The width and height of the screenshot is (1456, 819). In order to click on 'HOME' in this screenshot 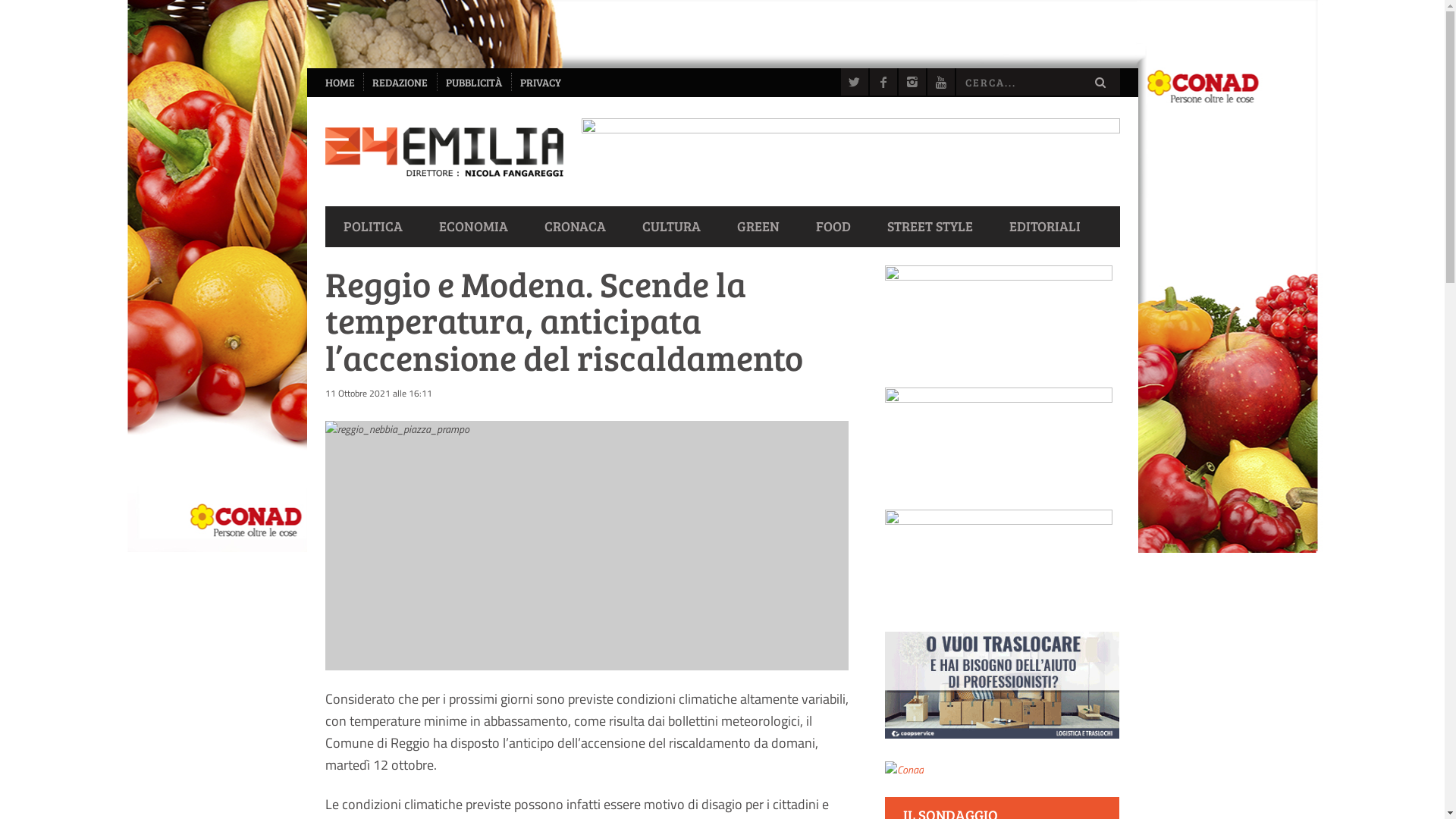, I will do `click(339, 82)`.